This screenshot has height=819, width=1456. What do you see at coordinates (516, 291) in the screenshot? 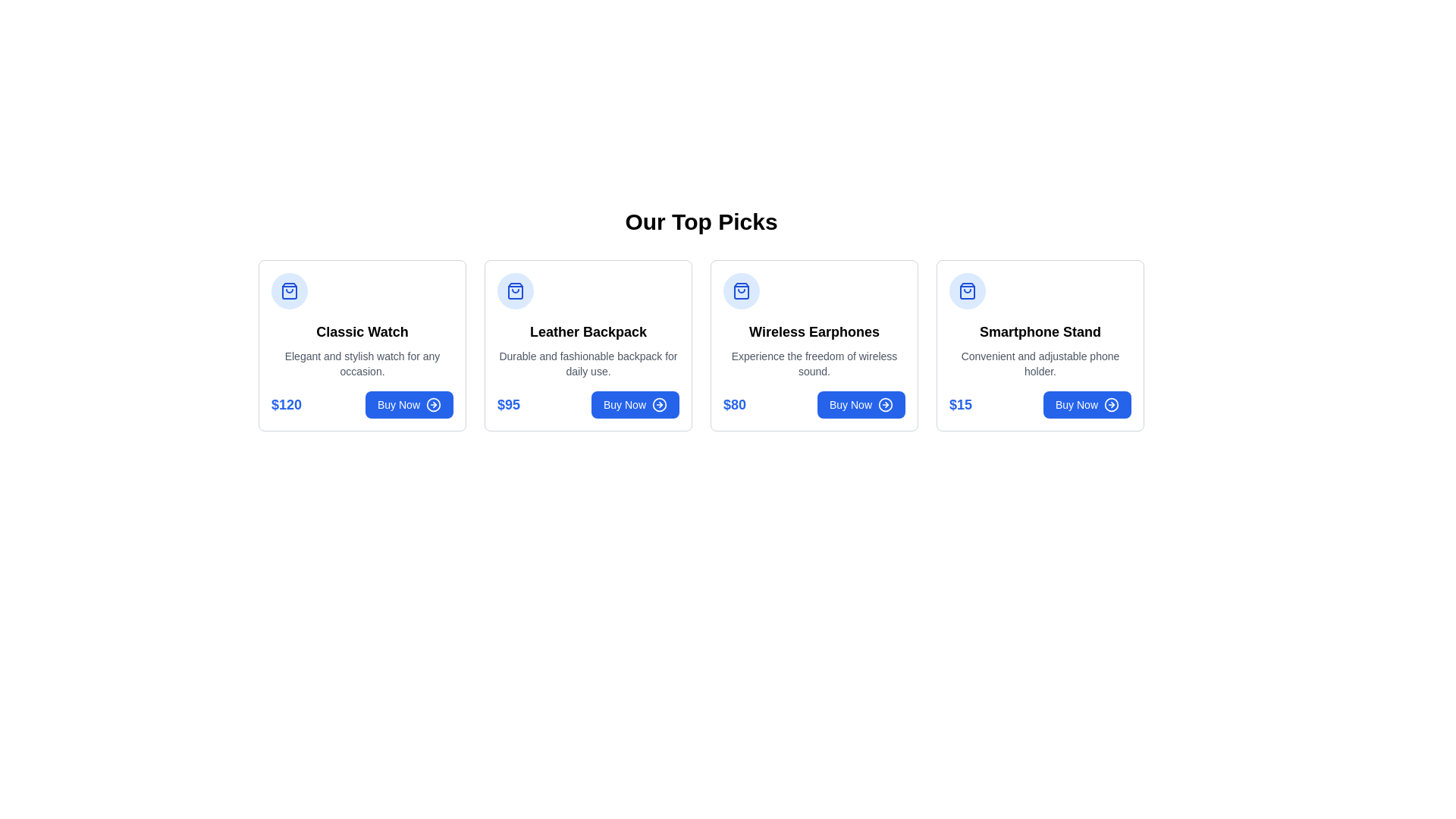
I see `the blue shopping bag icon graphic, which is located in the second card of the product cards, directly above the title 'Leather Backpack'` at bounding box center [516, 291].